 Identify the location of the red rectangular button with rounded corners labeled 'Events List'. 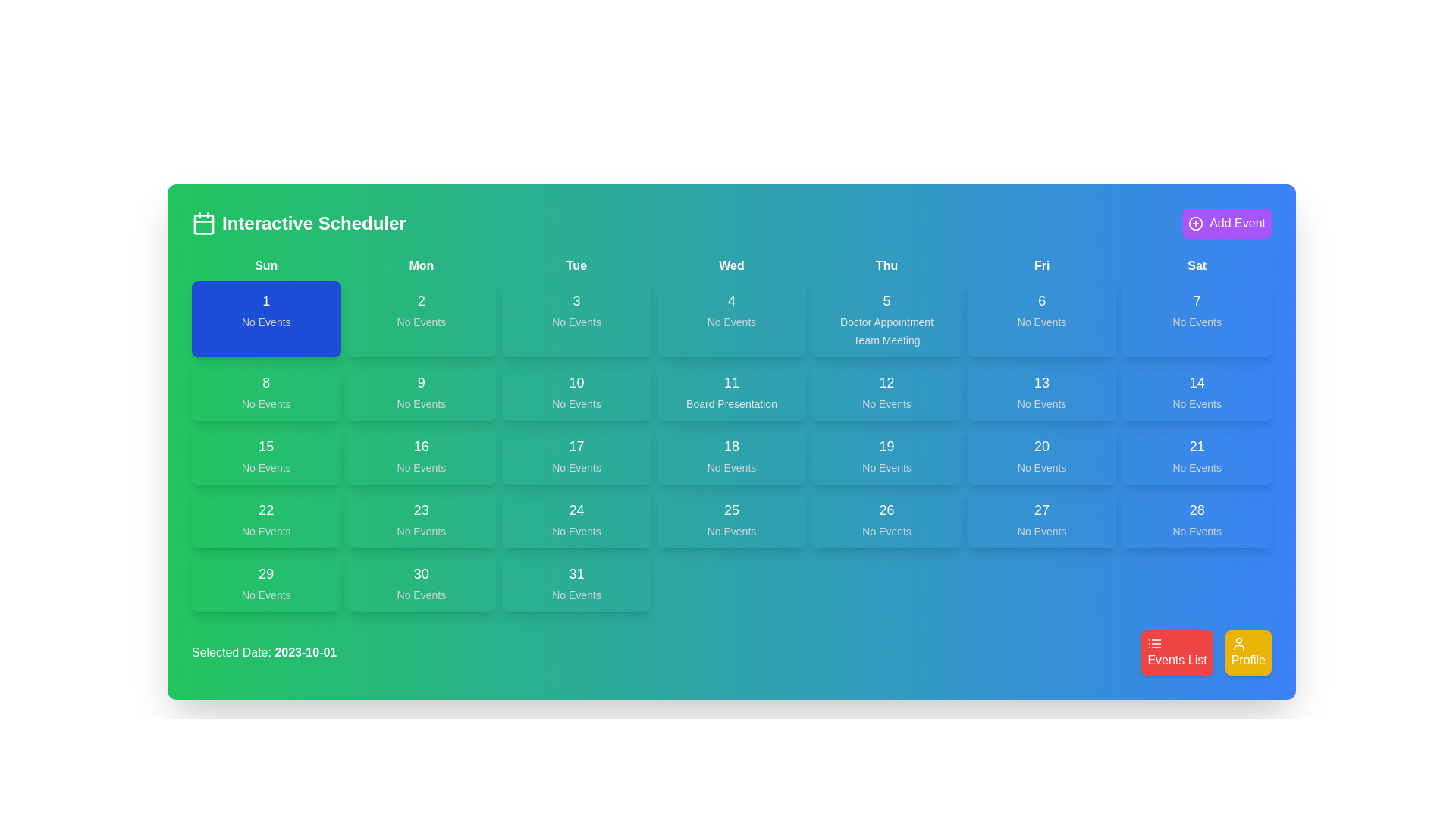
(1206, 651).